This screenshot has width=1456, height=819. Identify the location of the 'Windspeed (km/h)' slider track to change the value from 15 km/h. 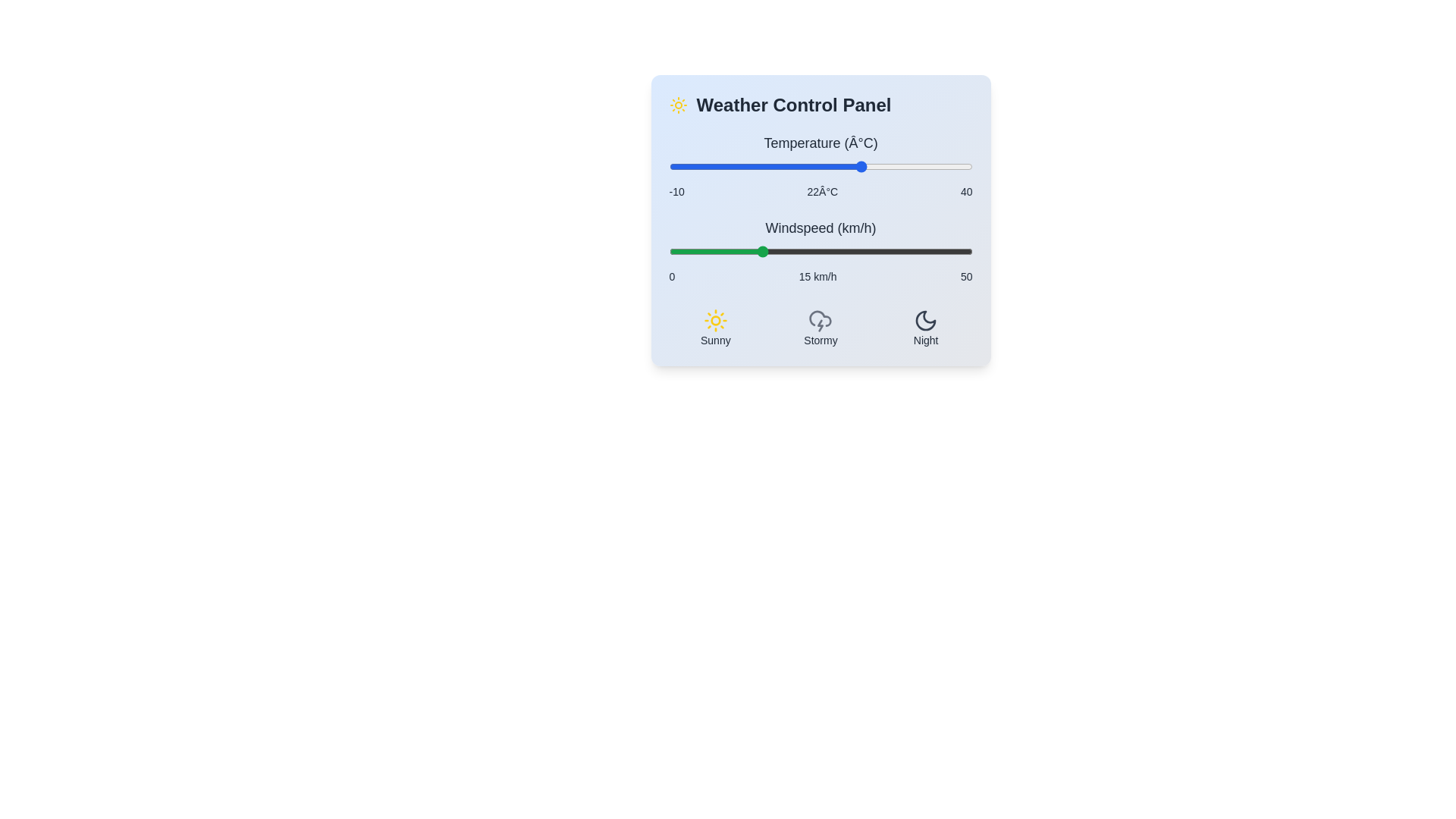
(820, 250).